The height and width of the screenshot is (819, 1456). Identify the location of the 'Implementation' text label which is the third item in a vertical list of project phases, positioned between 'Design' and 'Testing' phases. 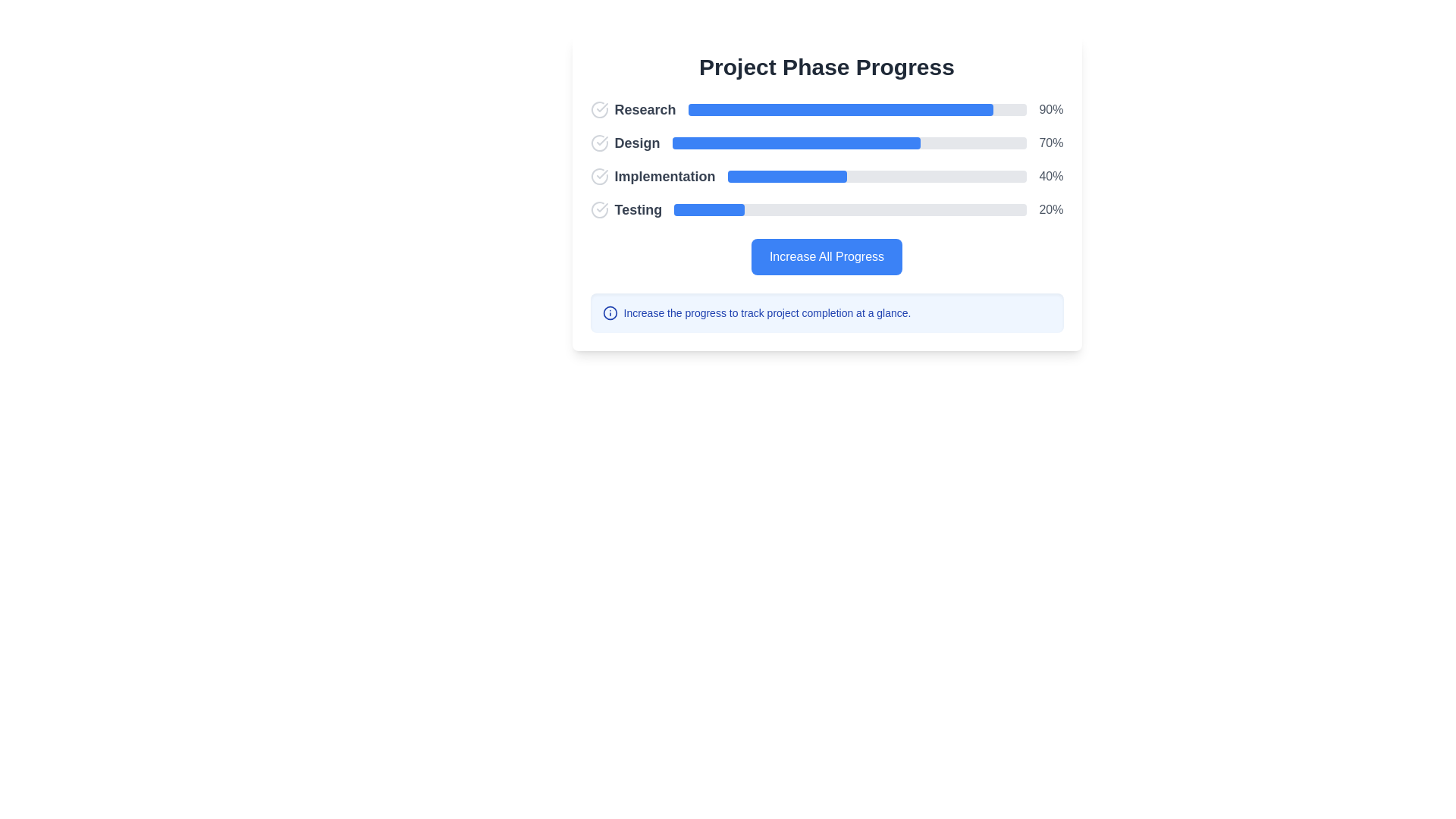
(652, 175).